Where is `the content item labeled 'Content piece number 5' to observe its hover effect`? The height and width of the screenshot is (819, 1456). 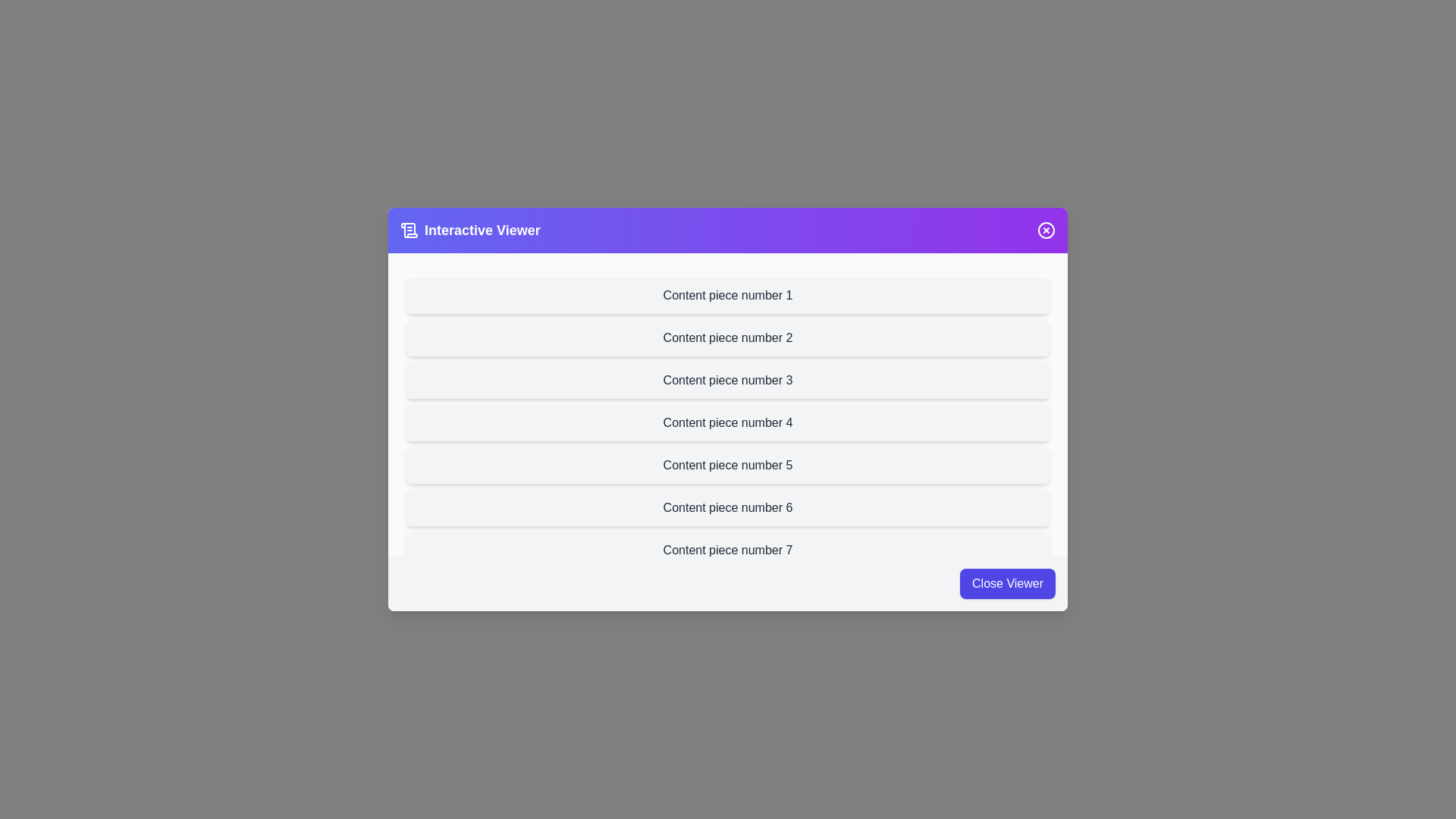
the content item labeled 'Content piece number 5' to observe its hover effect is located at coordinates (728, 464).